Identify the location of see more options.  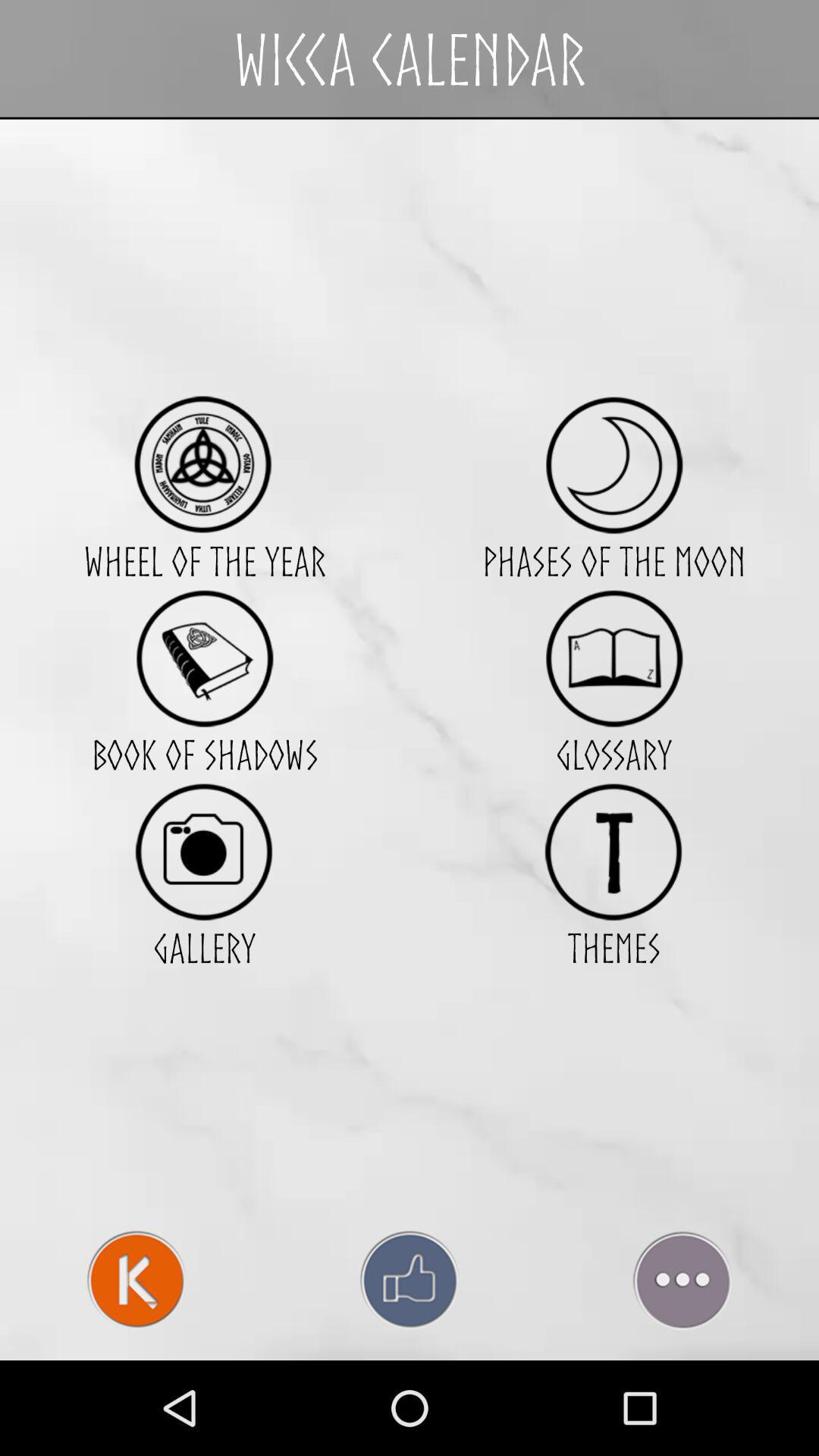
(681, 1279).